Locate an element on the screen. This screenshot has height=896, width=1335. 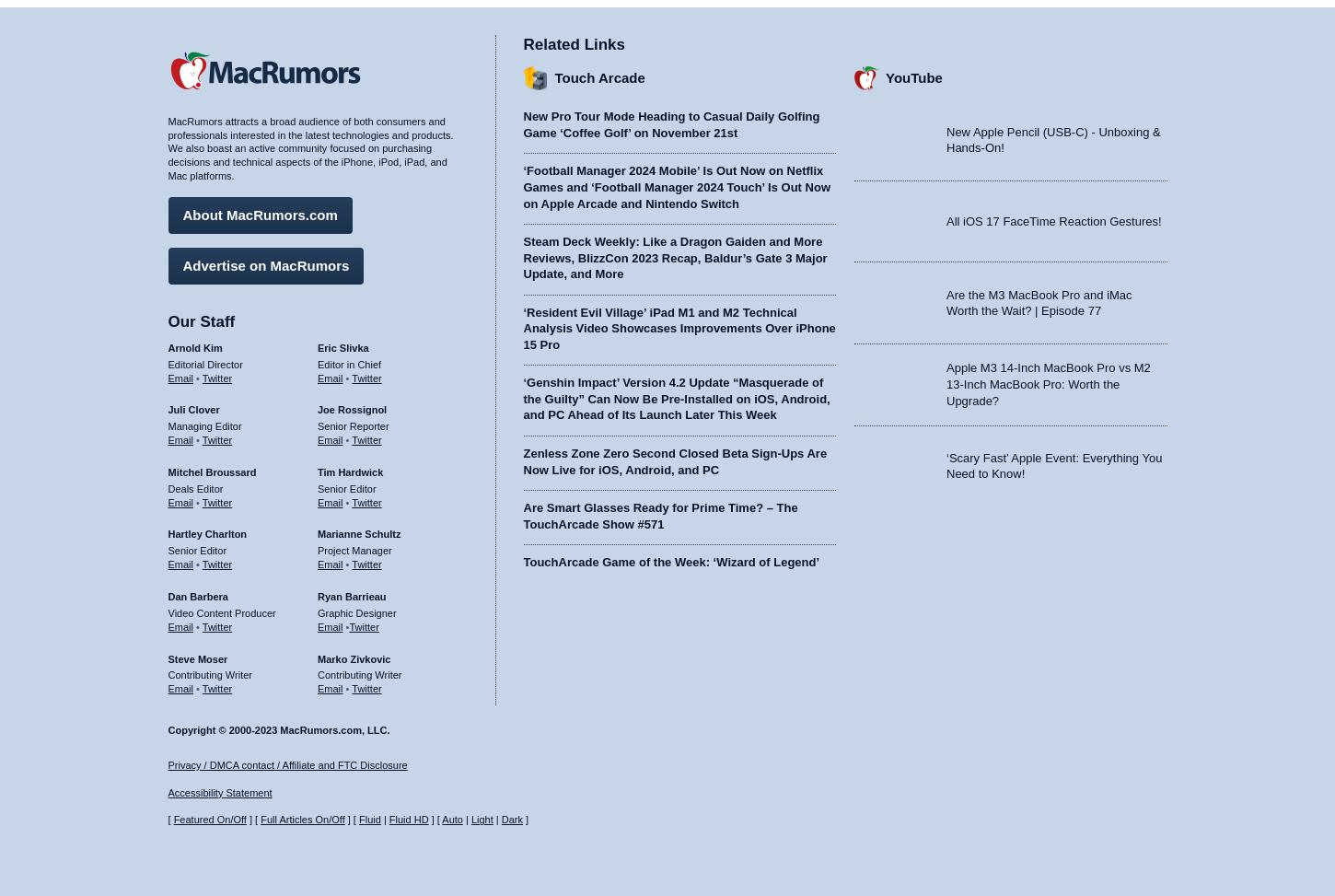
'Featured On/Off' is located at coordinates (172, 820).